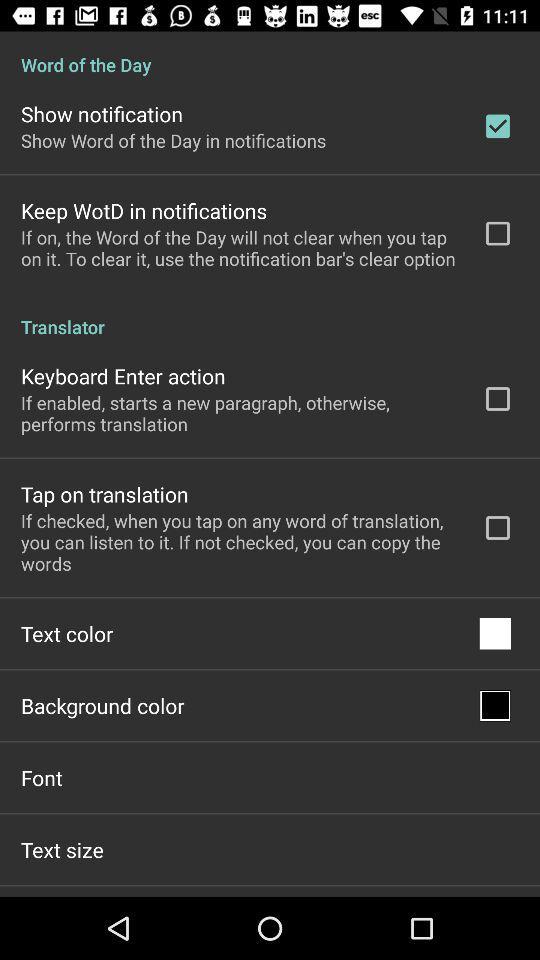  Describe the element at coordinates (67, 632) in the screenshot. I see `text color` at that location.